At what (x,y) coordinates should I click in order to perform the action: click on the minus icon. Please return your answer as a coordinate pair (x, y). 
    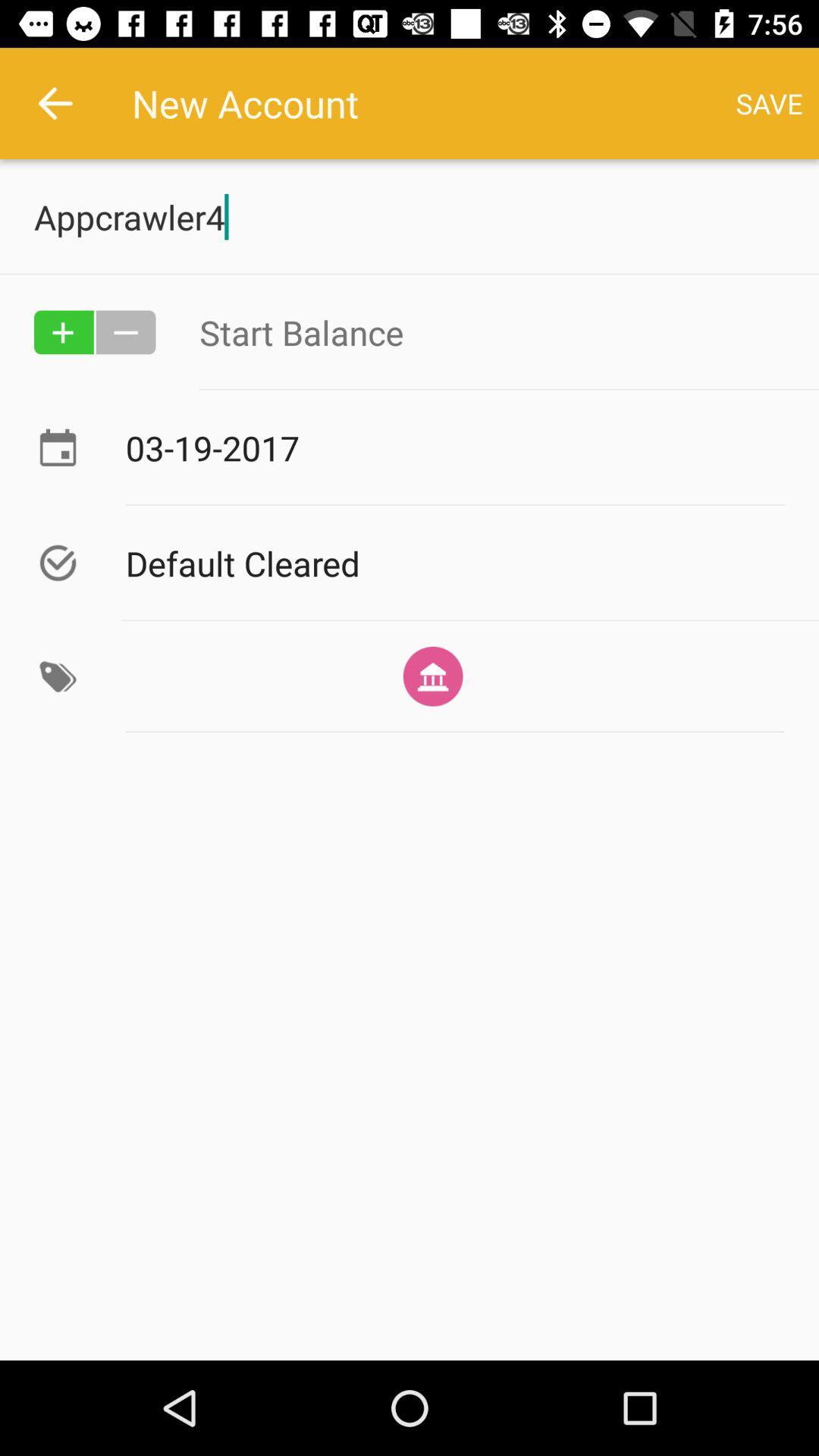
    Looking at the image, I should click on (125, 331).